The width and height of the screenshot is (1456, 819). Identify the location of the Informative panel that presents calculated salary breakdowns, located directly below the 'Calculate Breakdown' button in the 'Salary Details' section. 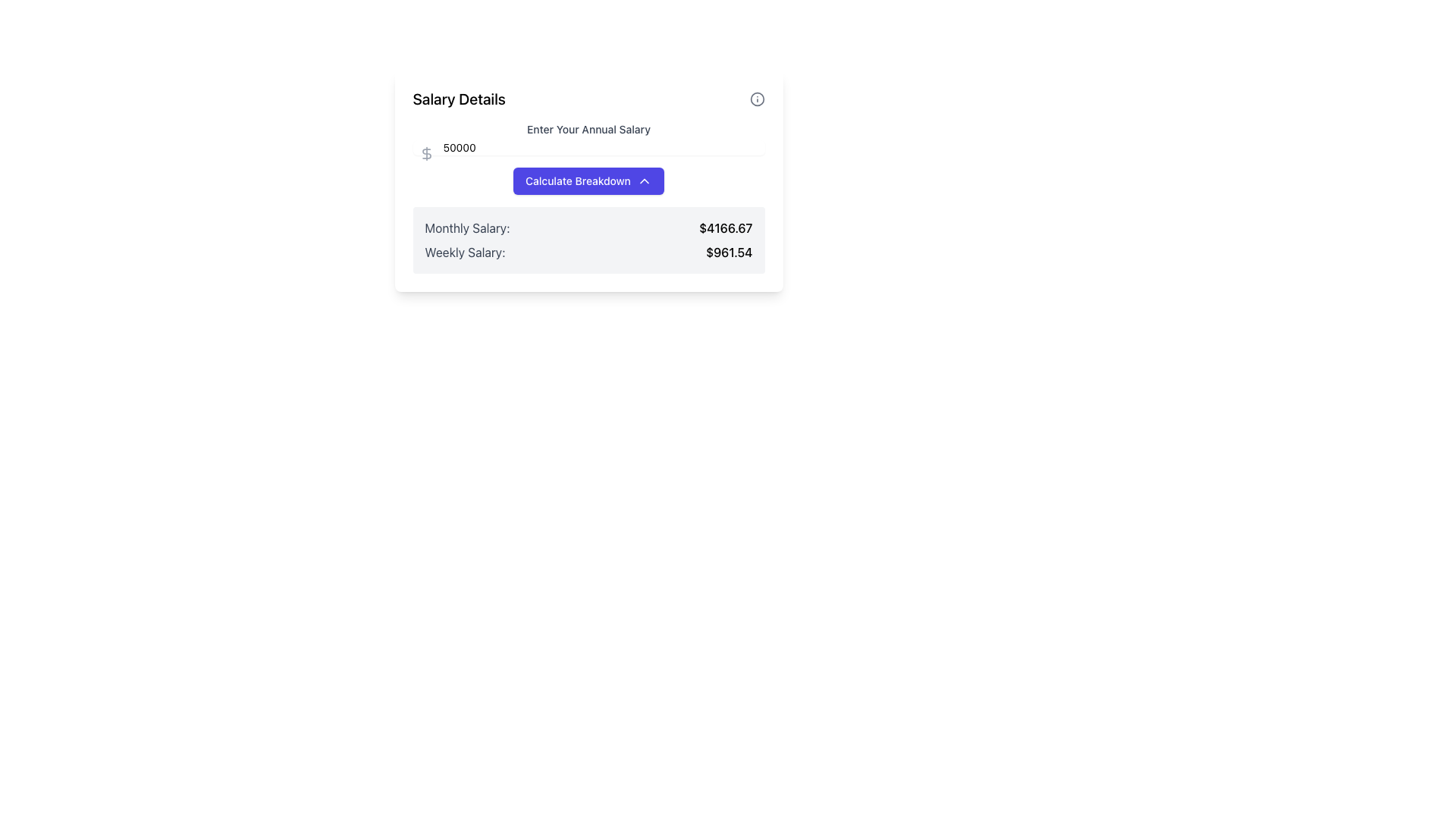
(588, 220).